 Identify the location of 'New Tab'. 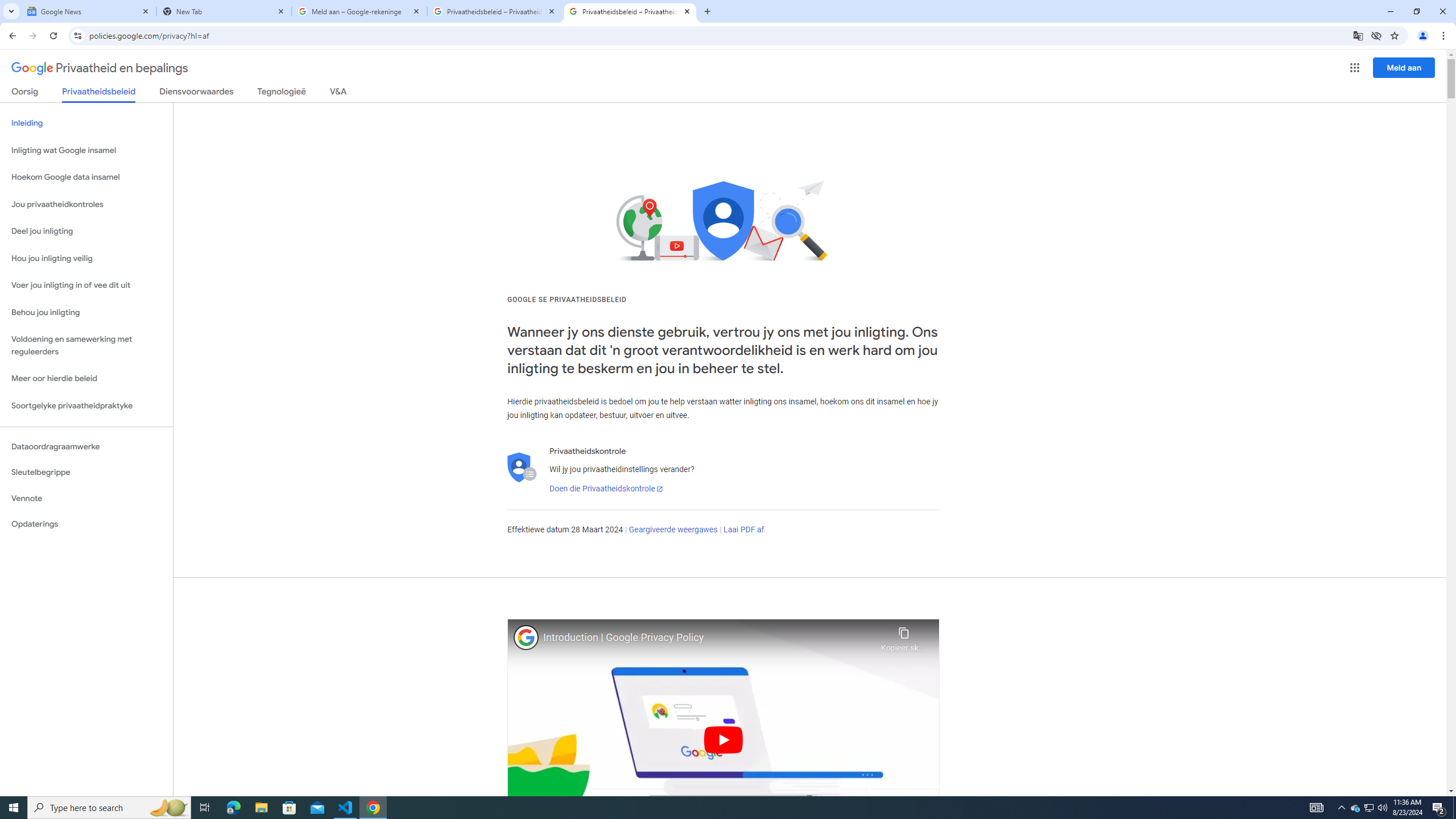
(224, 11).